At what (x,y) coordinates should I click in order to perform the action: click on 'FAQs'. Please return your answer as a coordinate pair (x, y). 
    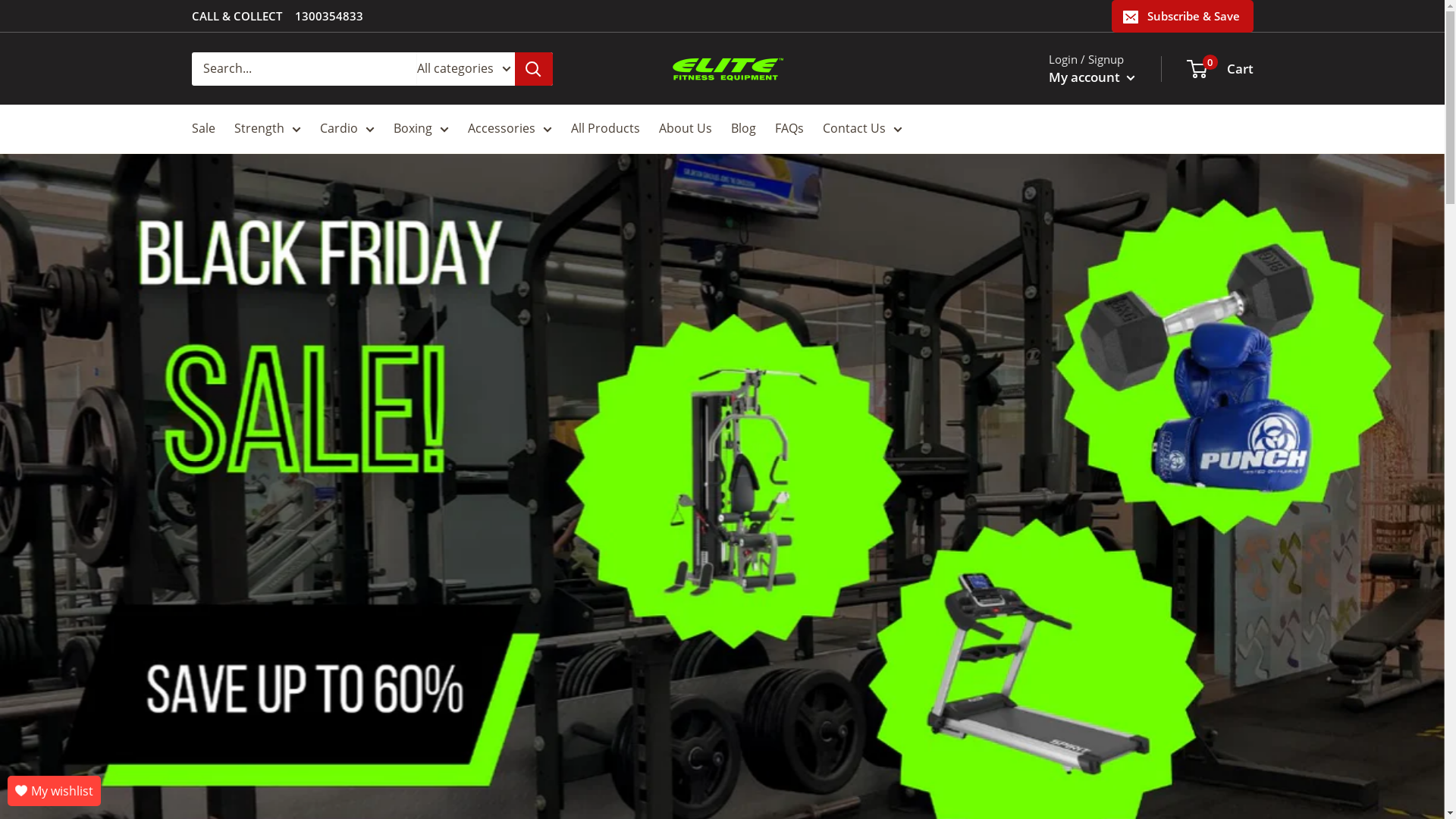
    Looking at the image, I should click on (789, 127).